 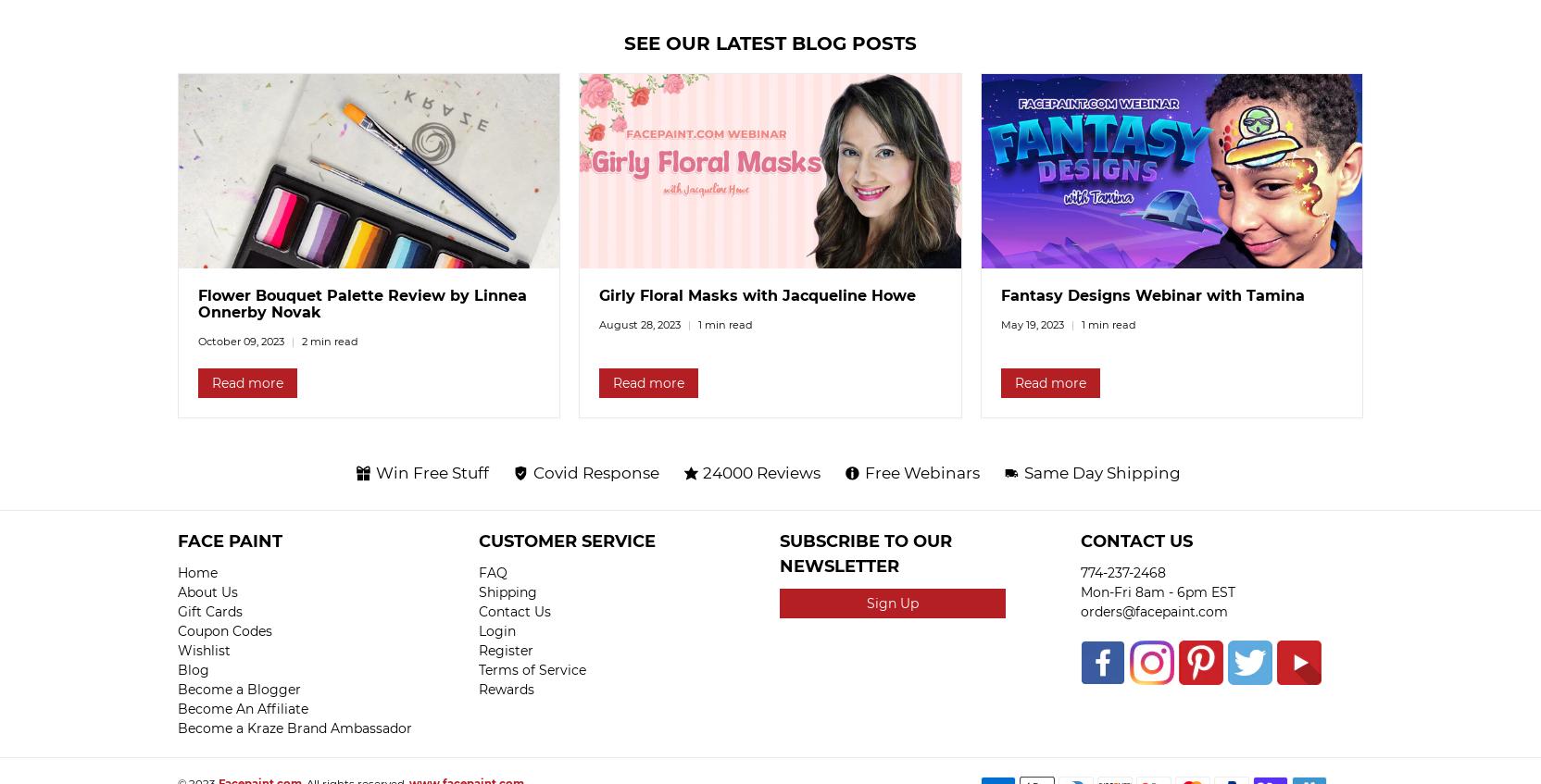 What do you see at coordinates (177, 541) in the screenshot?
I see `'FACE PAINT'` at bounding box center [177, 541].